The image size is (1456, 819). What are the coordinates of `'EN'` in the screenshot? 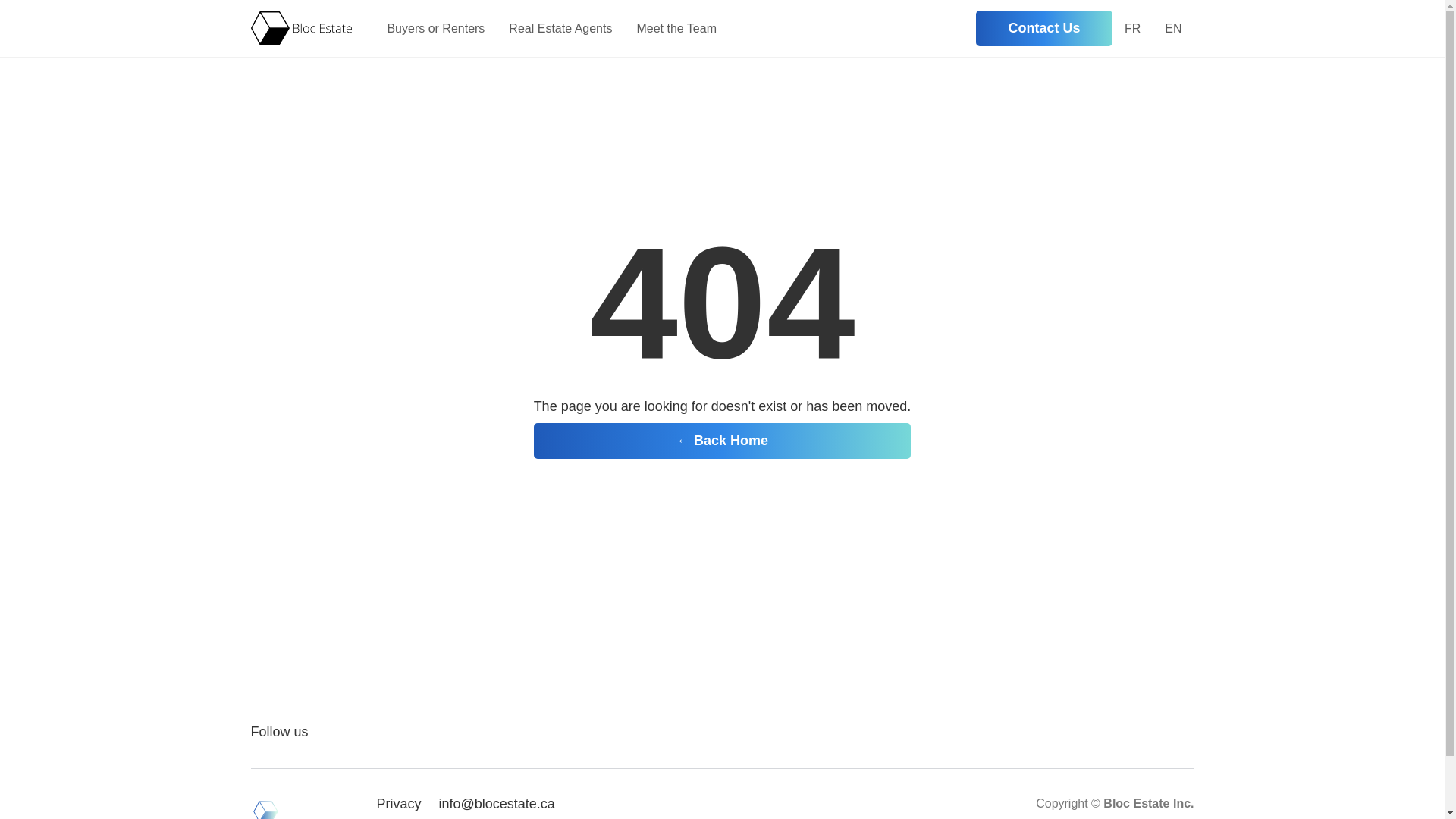 It's located at (1153, 28).